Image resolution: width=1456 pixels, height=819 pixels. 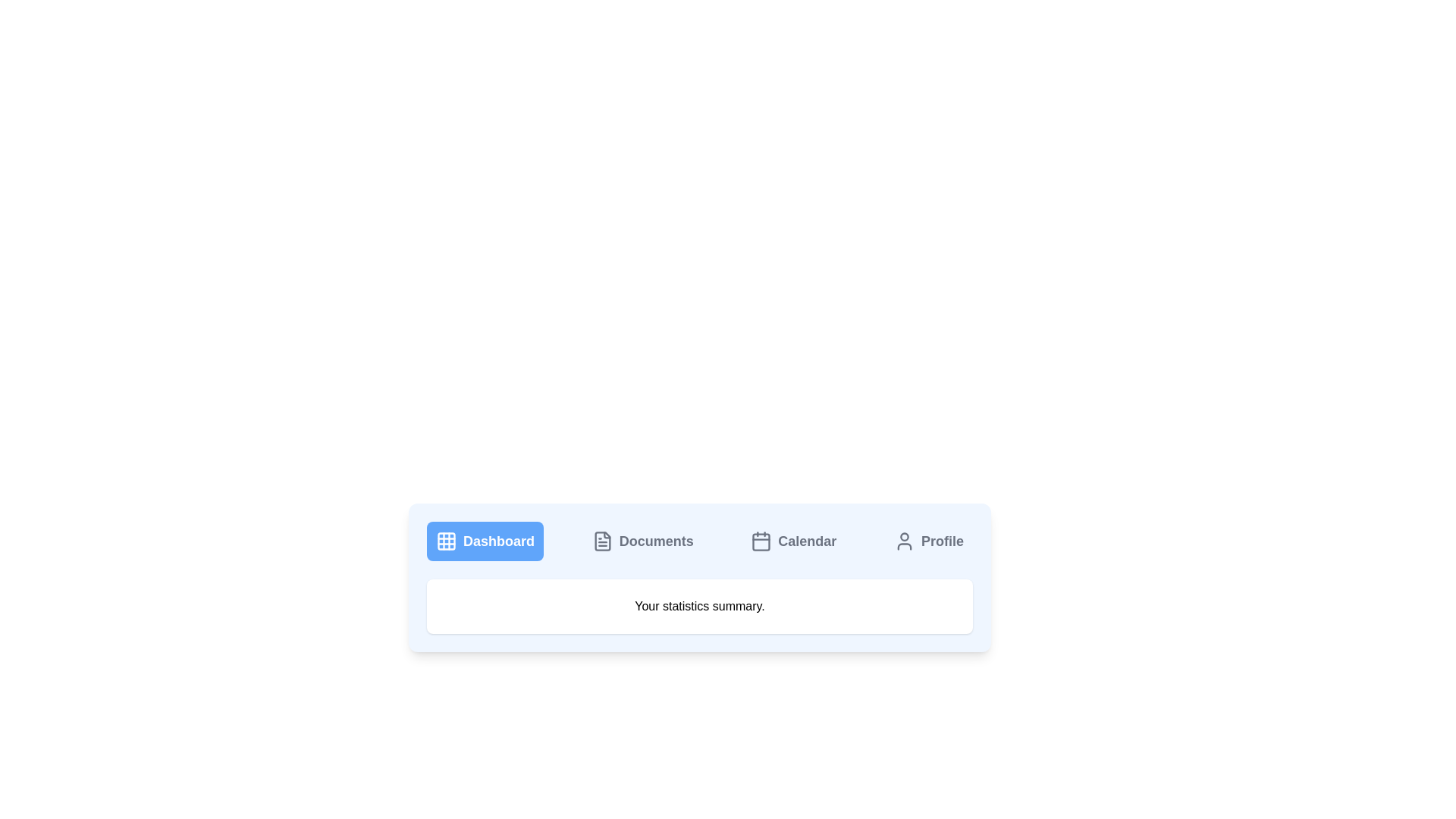 I want to click on the 'Calendar' button, which has a light gray background and a calendar icon on the left, so click(x=792, y=540).